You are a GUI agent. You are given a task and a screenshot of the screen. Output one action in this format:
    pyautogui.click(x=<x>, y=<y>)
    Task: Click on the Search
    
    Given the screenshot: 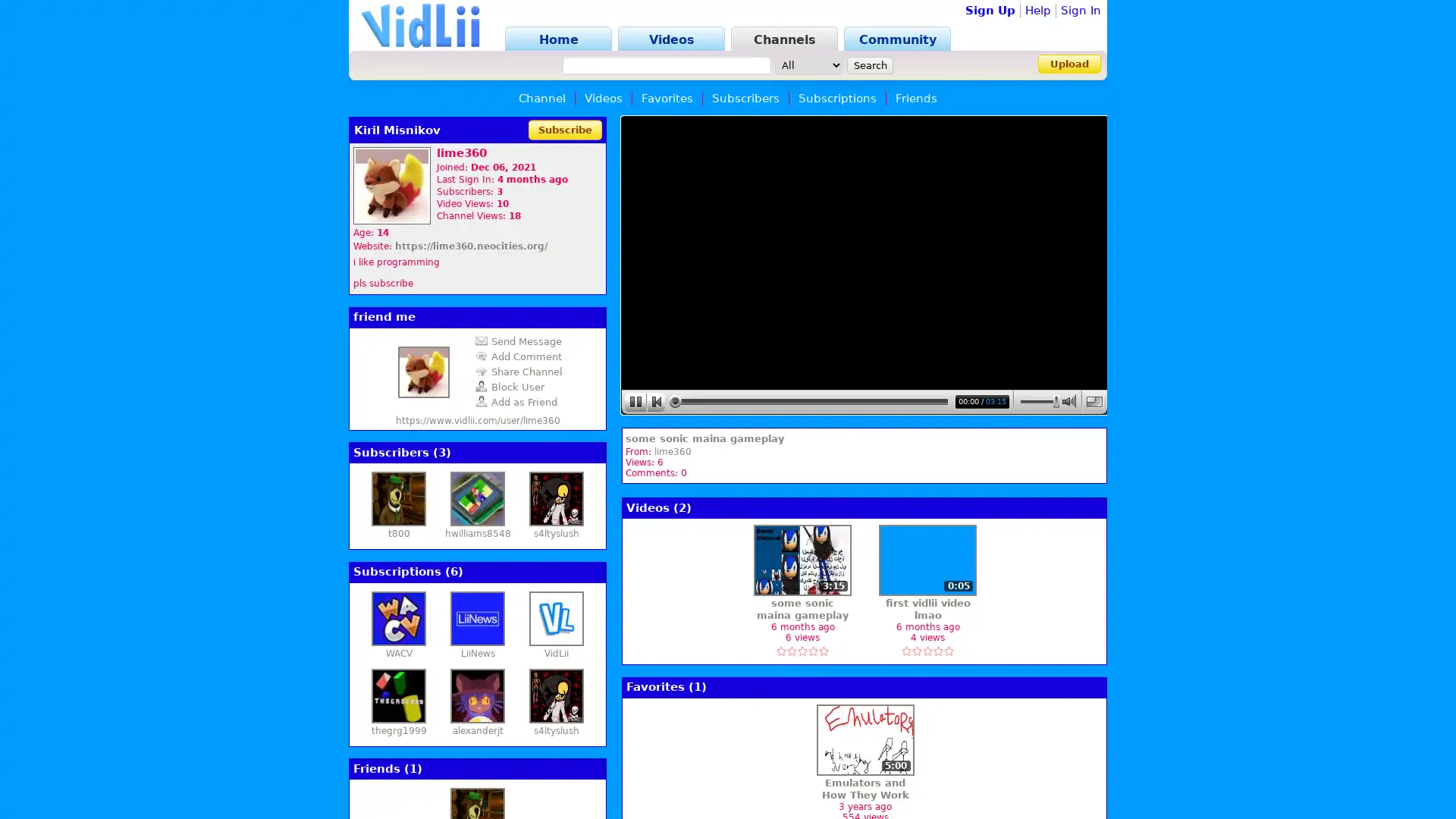 What is the action you would take?
    pyautogui.click(x=870, y=64)
    